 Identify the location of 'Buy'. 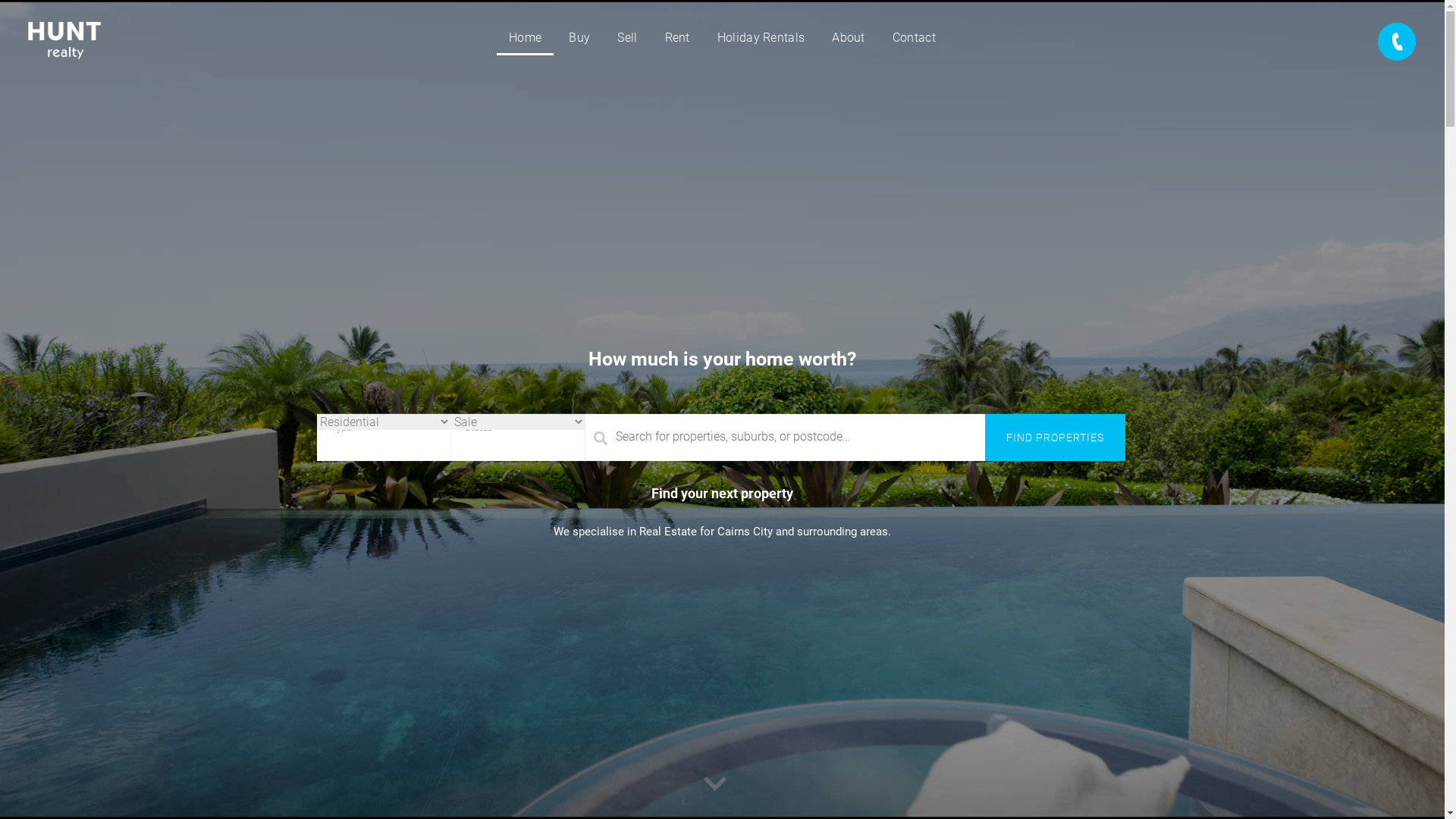
(578, 37).